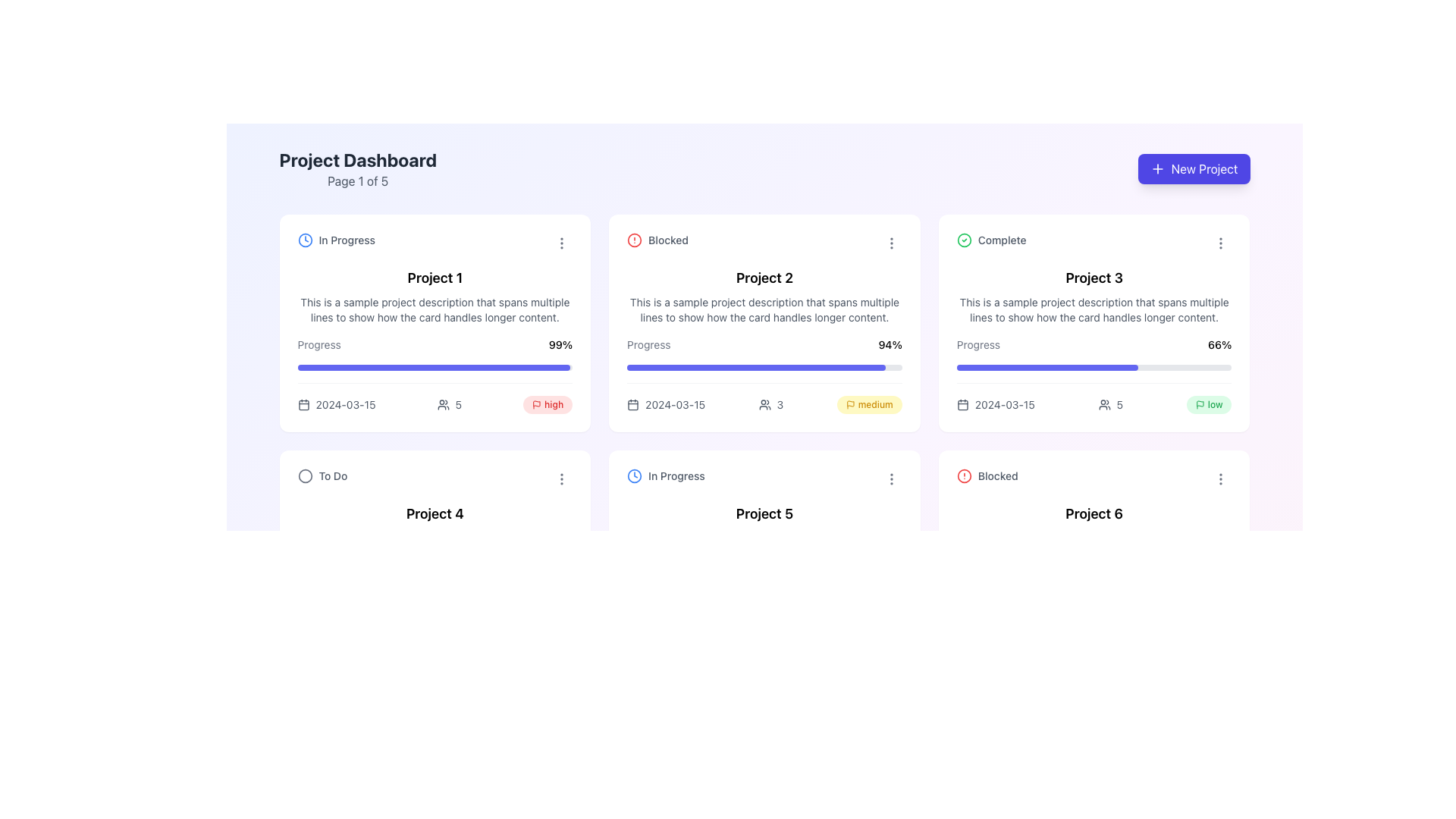 The image size is (1456, 819). Describe the element at coordinates (561, 242) in the screenshot. I see `the gray icon with three vertical dots located in the top-right corner of the 'Project 1' card` at that location.